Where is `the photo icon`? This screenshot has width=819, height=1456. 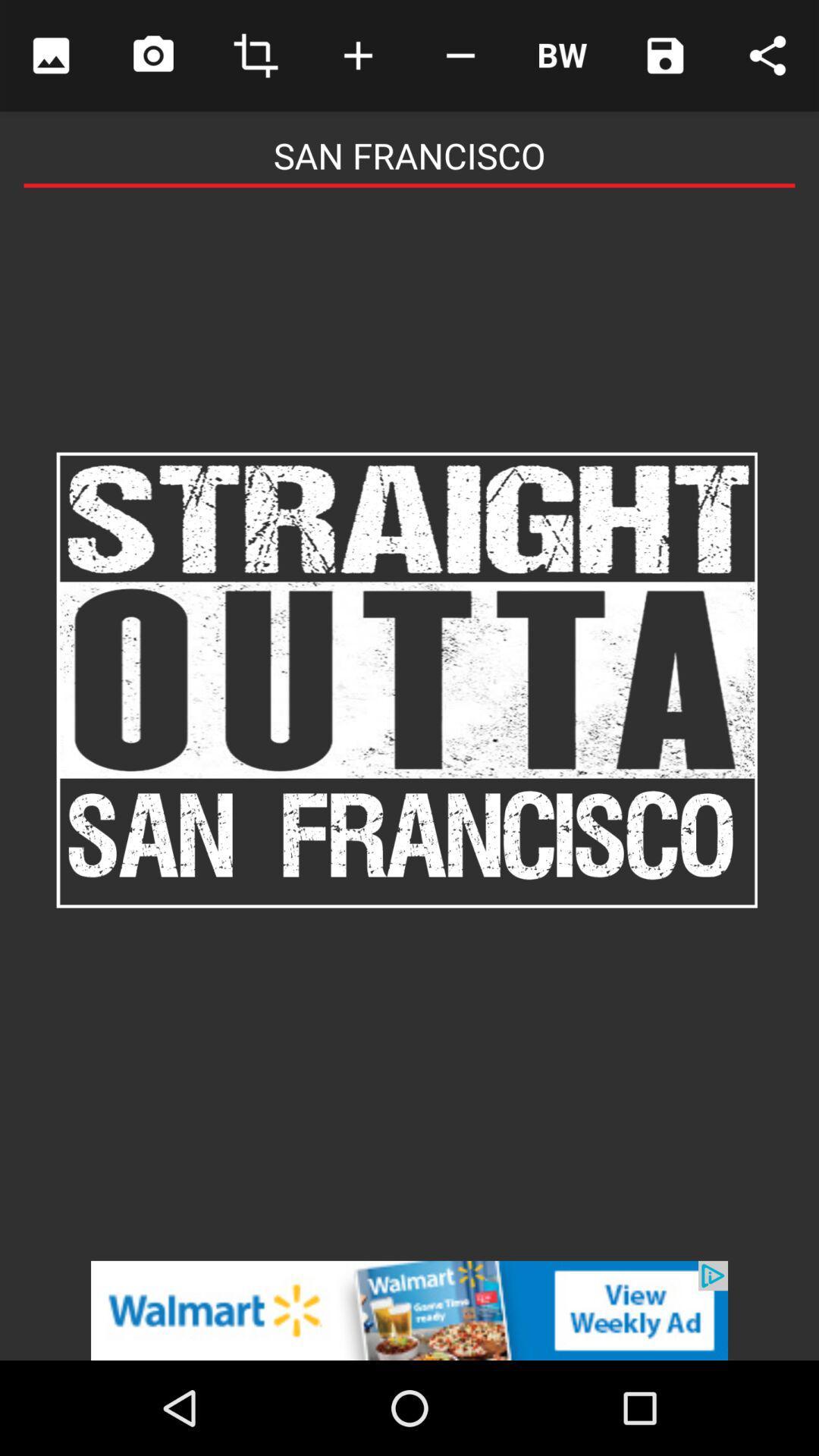
the photo icon is located at coordinates (153, 55).